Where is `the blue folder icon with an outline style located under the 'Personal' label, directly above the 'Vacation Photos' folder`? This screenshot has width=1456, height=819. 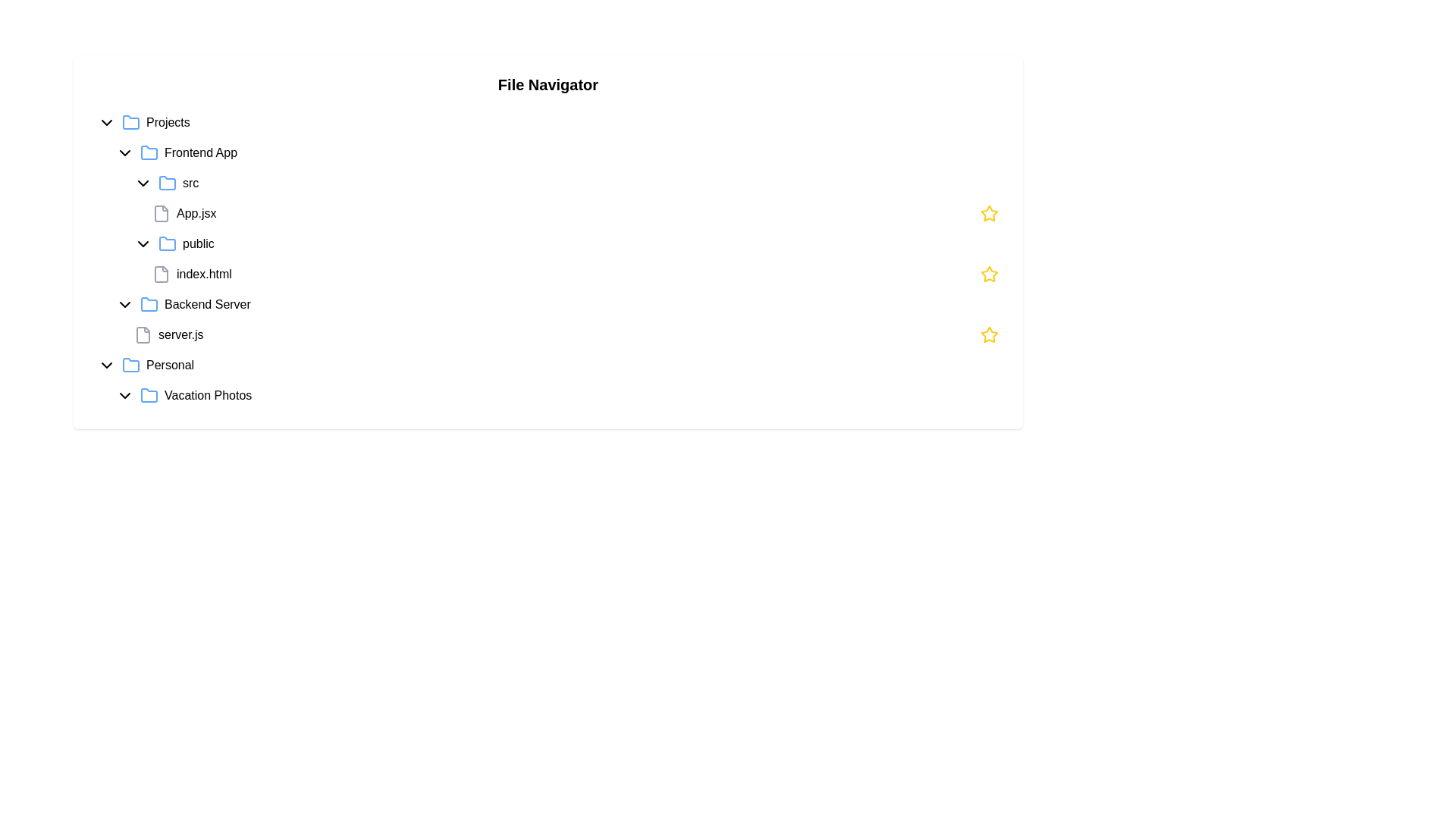
the blue folder icon with an outline style located under the 'Personal' label, directly above the 'Vacation Photos' folder is located at coordinates (130, 365).